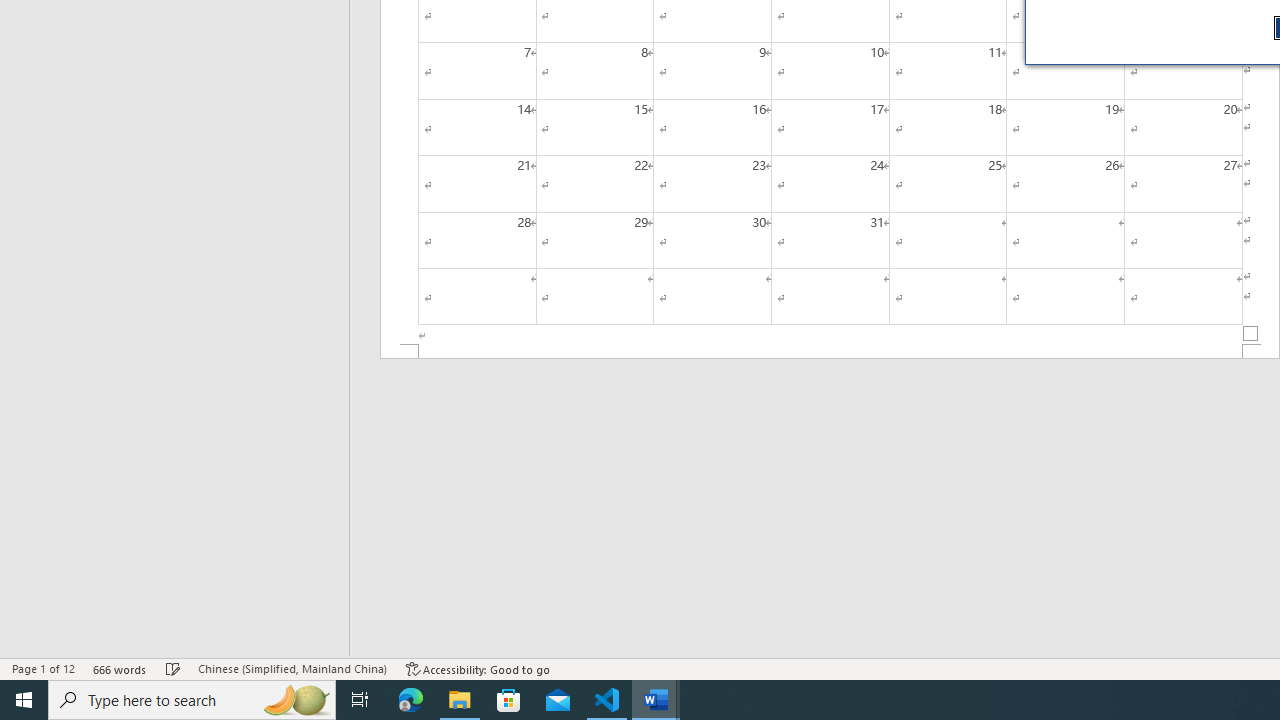 This screenshot has height=720, width=1280. What do you see at coordinates (43, 669) in the screenshot?
I see `'Page Number Page 1 of 12'` at bounding box center [43, 669].